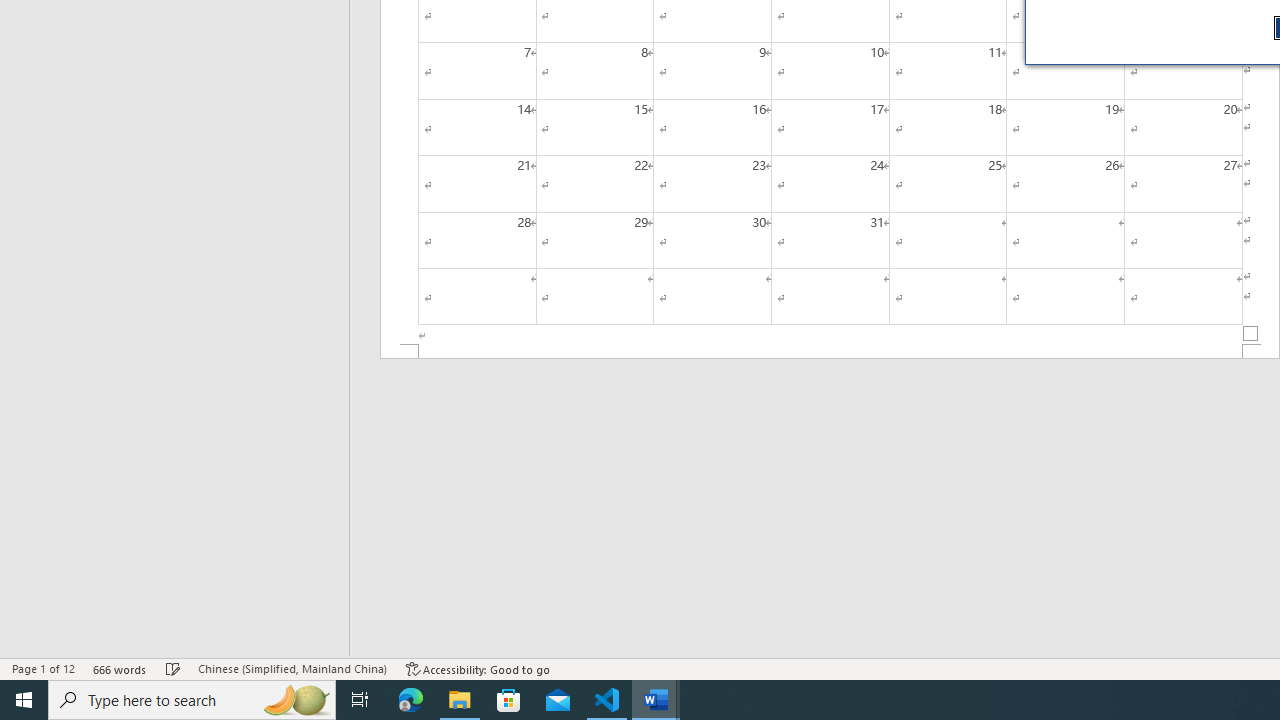 This screenshot has height=720, width=1280. What do you see at coordinates (43, 669) in the screenshot?
I see `'Page Number Page 1 of 12'` at bounding box center [43, 669].